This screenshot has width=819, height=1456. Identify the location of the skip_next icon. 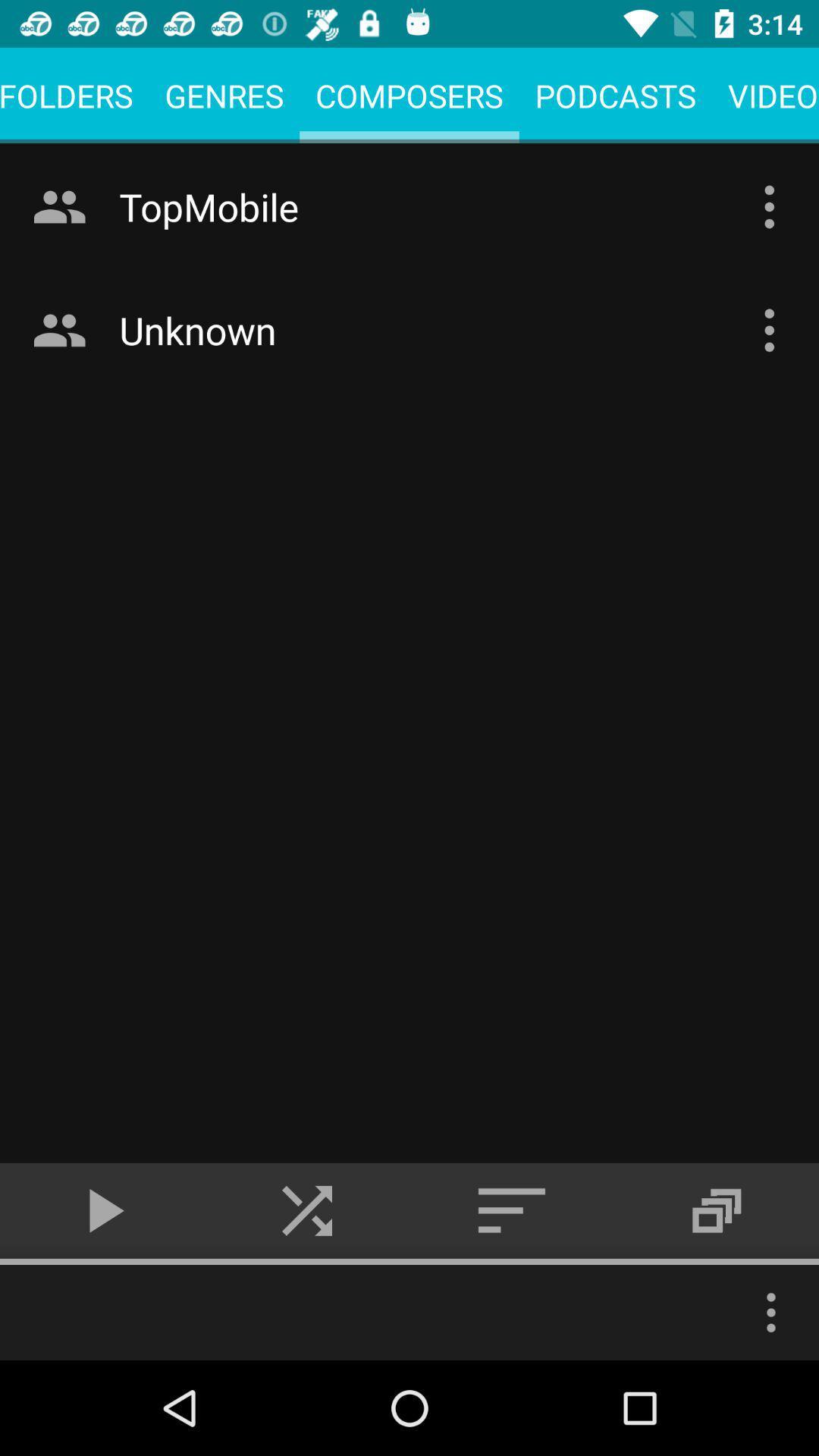
(307, 1210).